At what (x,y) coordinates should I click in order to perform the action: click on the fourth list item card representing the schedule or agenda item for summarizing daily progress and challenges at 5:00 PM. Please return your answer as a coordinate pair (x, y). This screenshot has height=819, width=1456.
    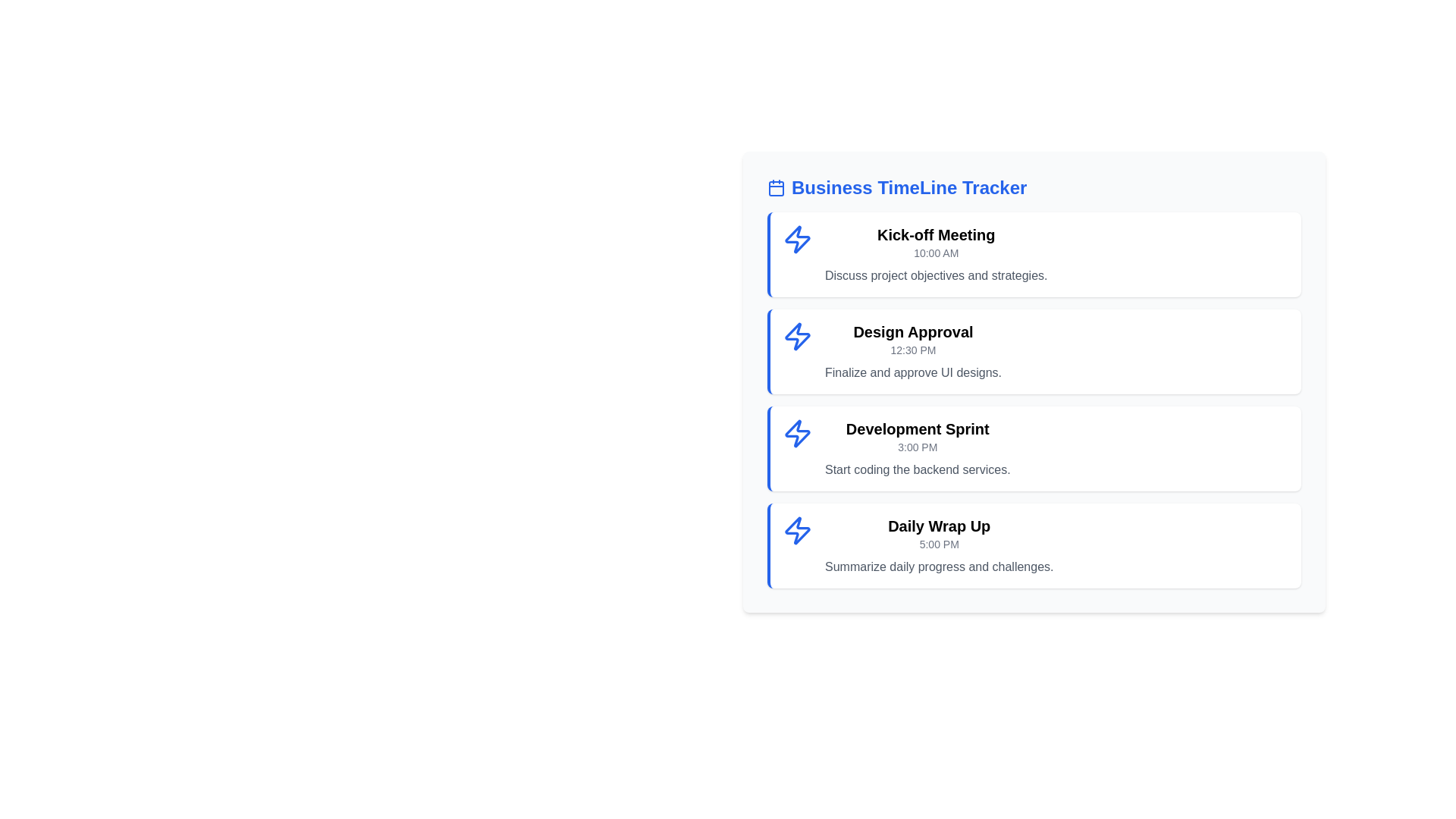
    Looking at the image, I should click on (1033, 546).